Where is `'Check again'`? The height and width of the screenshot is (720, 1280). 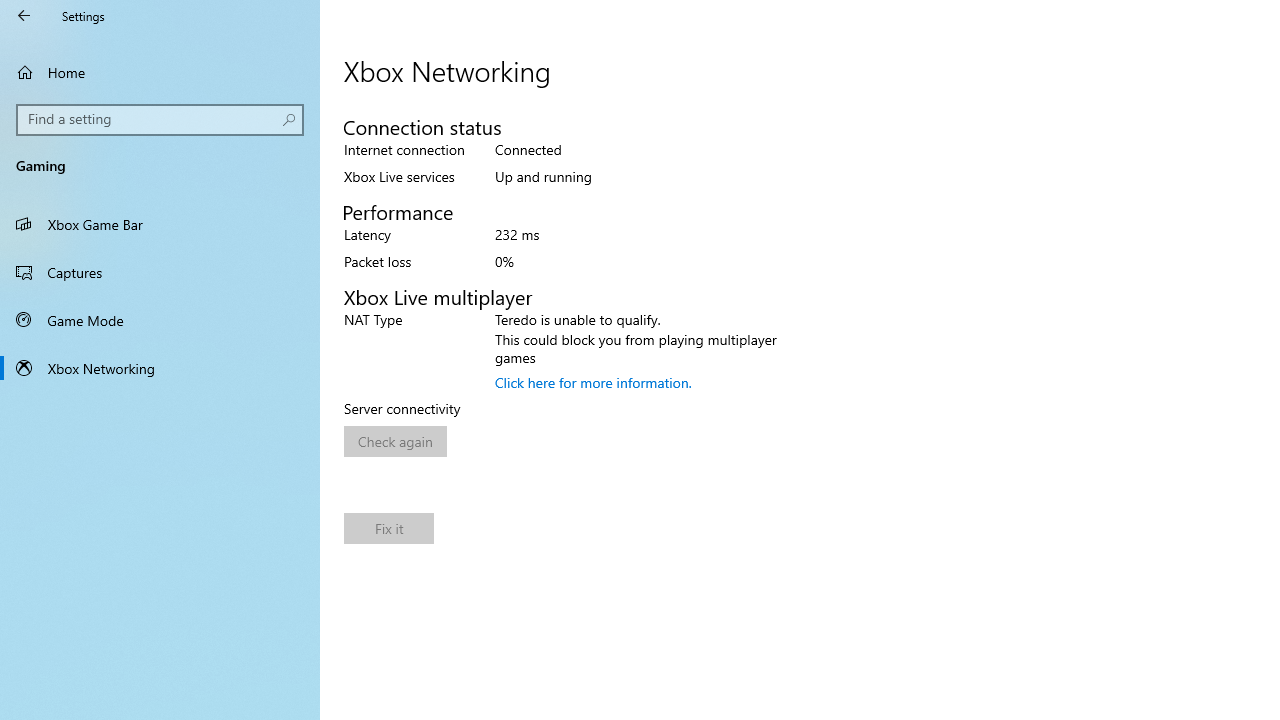 'Check again' is located at coordinates (395, 440).